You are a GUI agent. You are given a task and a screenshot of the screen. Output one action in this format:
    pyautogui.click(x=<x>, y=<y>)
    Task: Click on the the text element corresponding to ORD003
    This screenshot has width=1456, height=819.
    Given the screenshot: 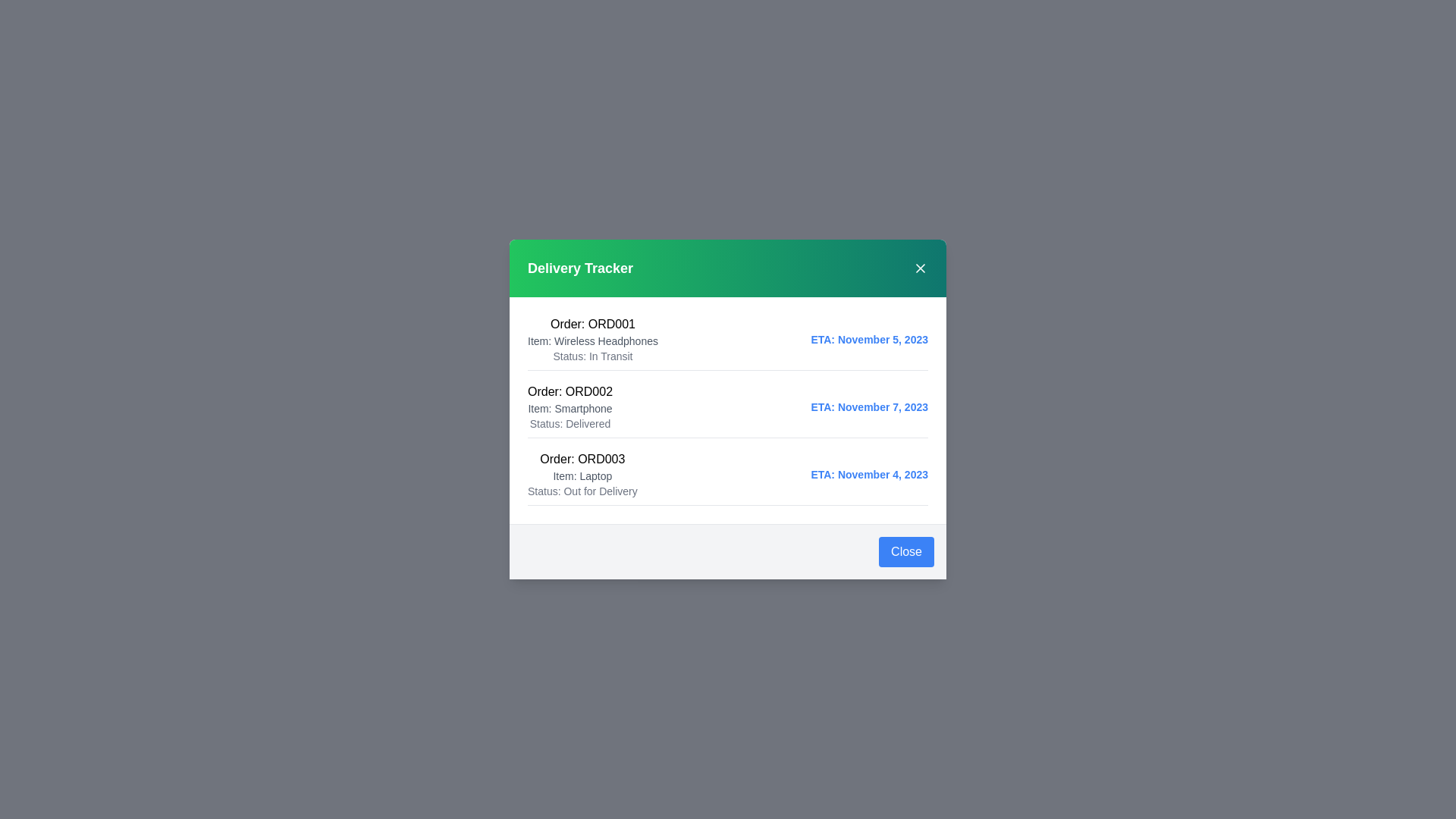 What is the action you would take?
    pyautogui.click(x=582, y=458)
    